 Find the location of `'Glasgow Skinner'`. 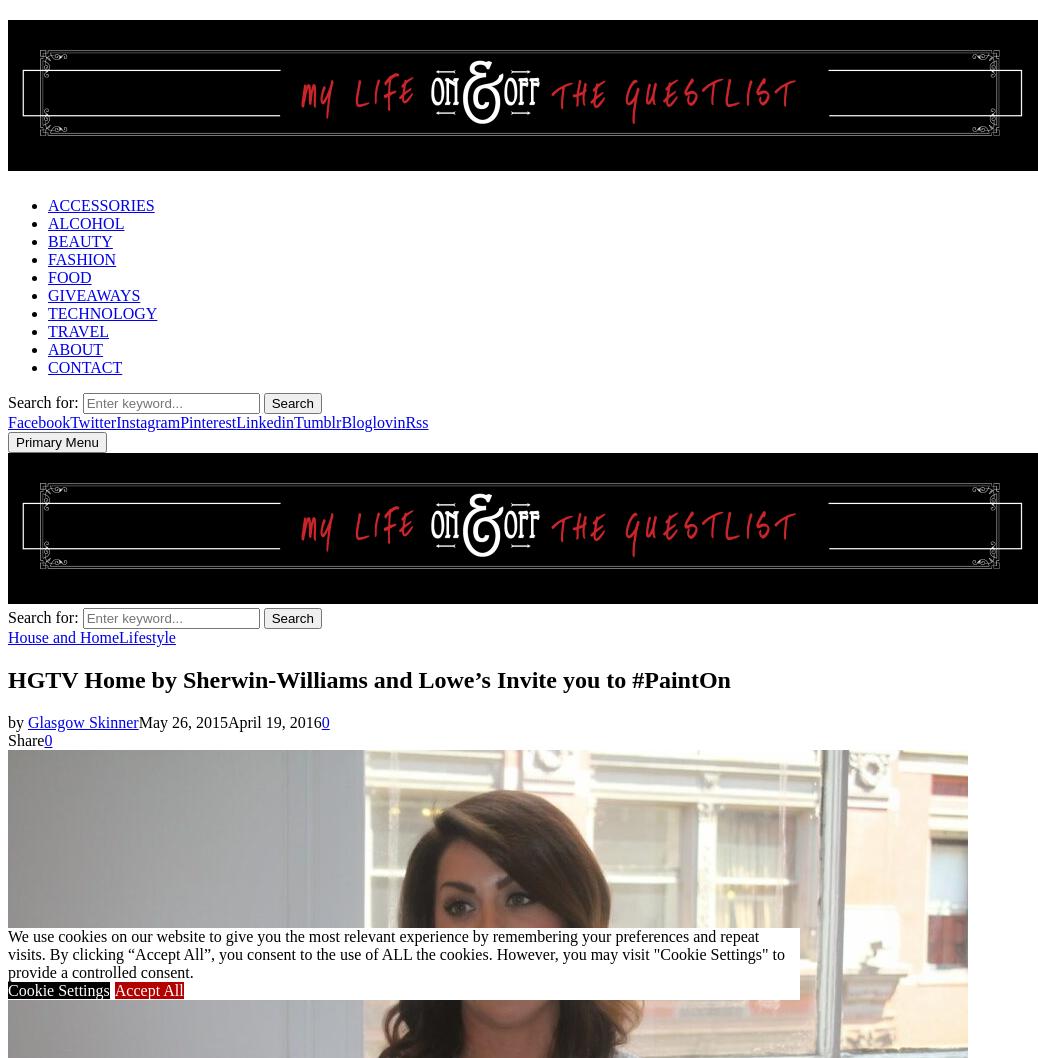

'Glasgow Skinner' is located at coordinates (82, 721).